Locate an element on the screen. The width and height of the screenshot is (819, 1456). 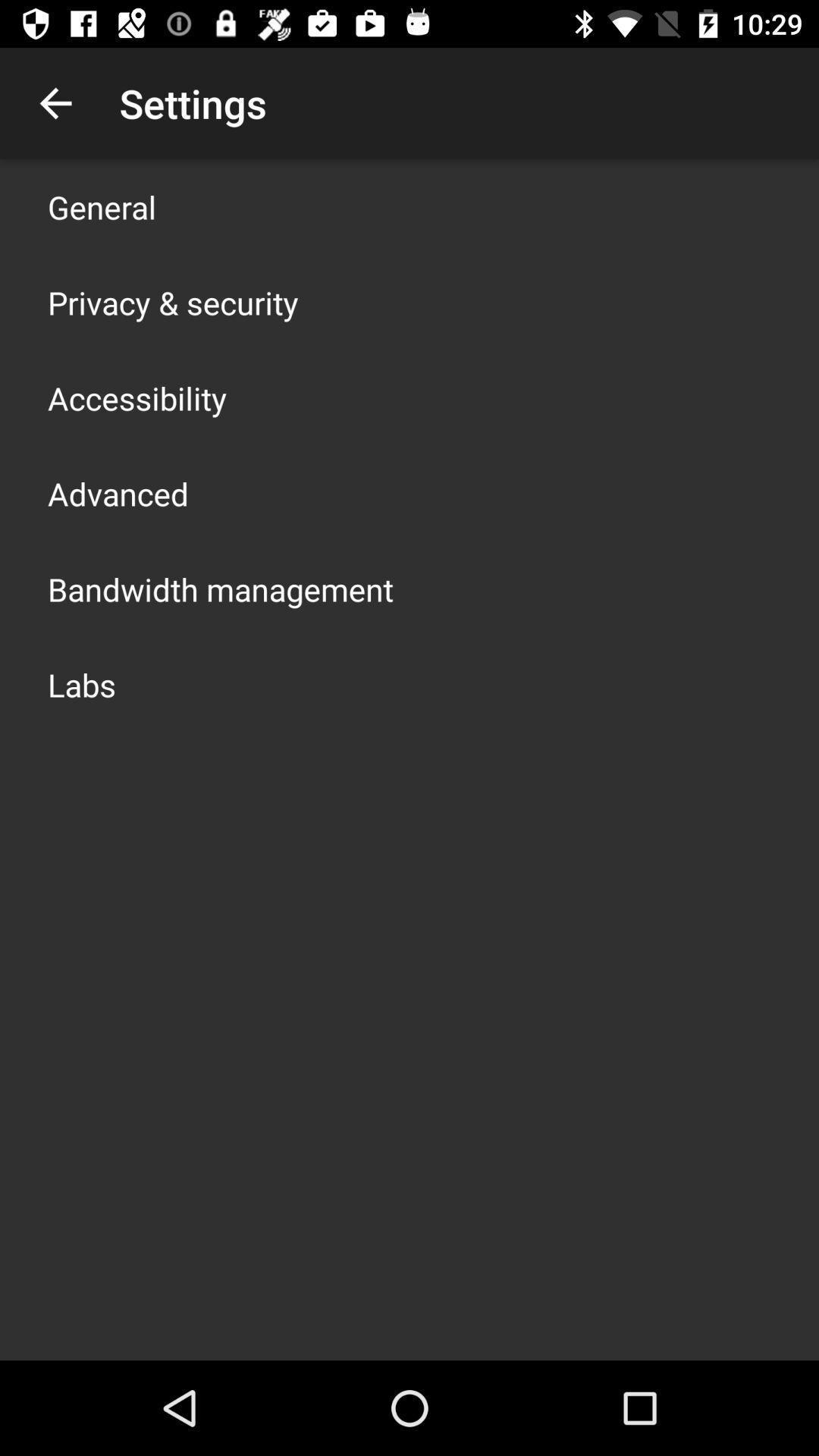
the bandwidth management is located at coordinates (220, 588).